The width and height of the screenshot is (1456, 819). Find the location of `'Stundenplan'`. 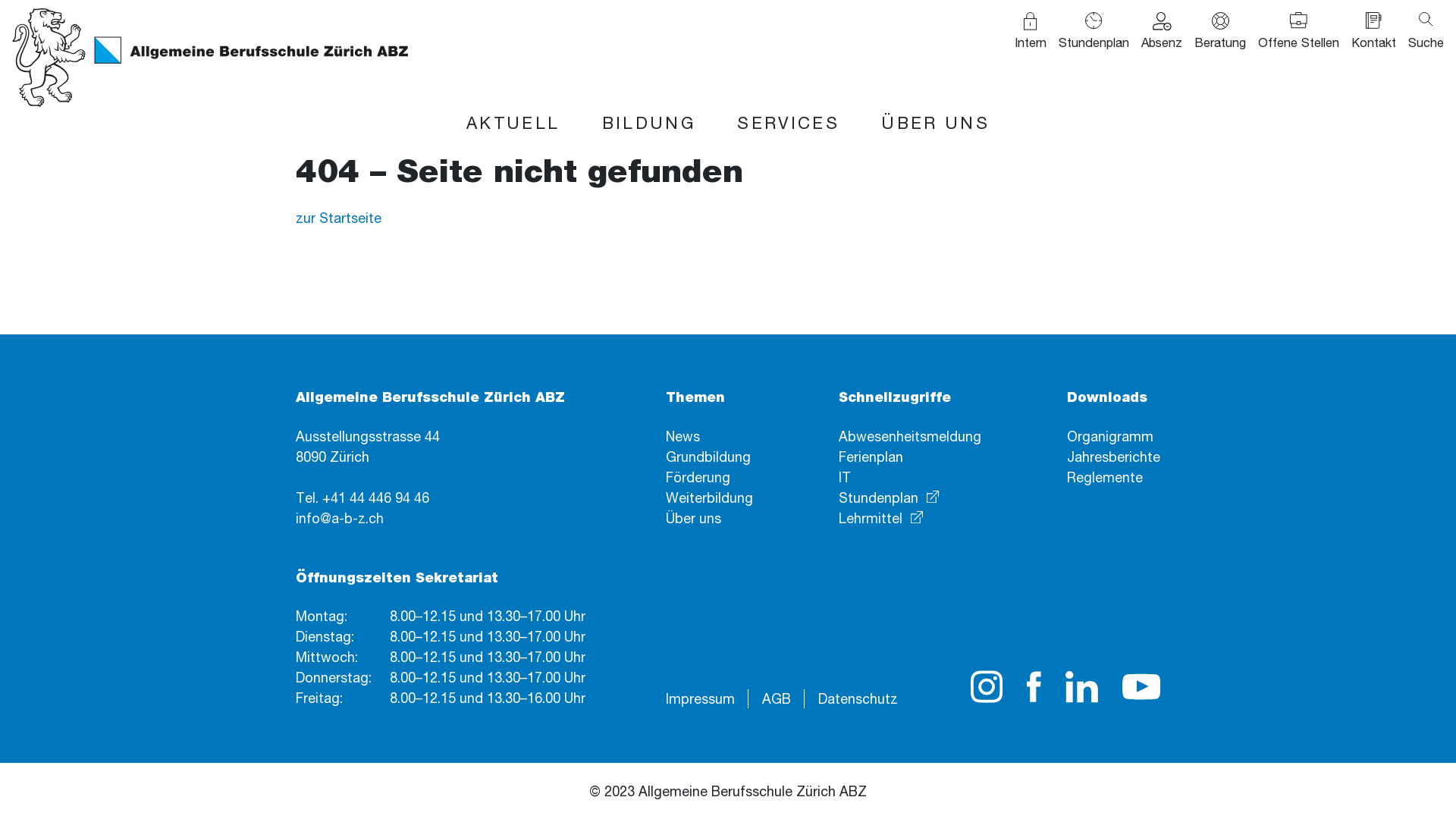

'Stundenplan' is located at coordinates (1094, 32).